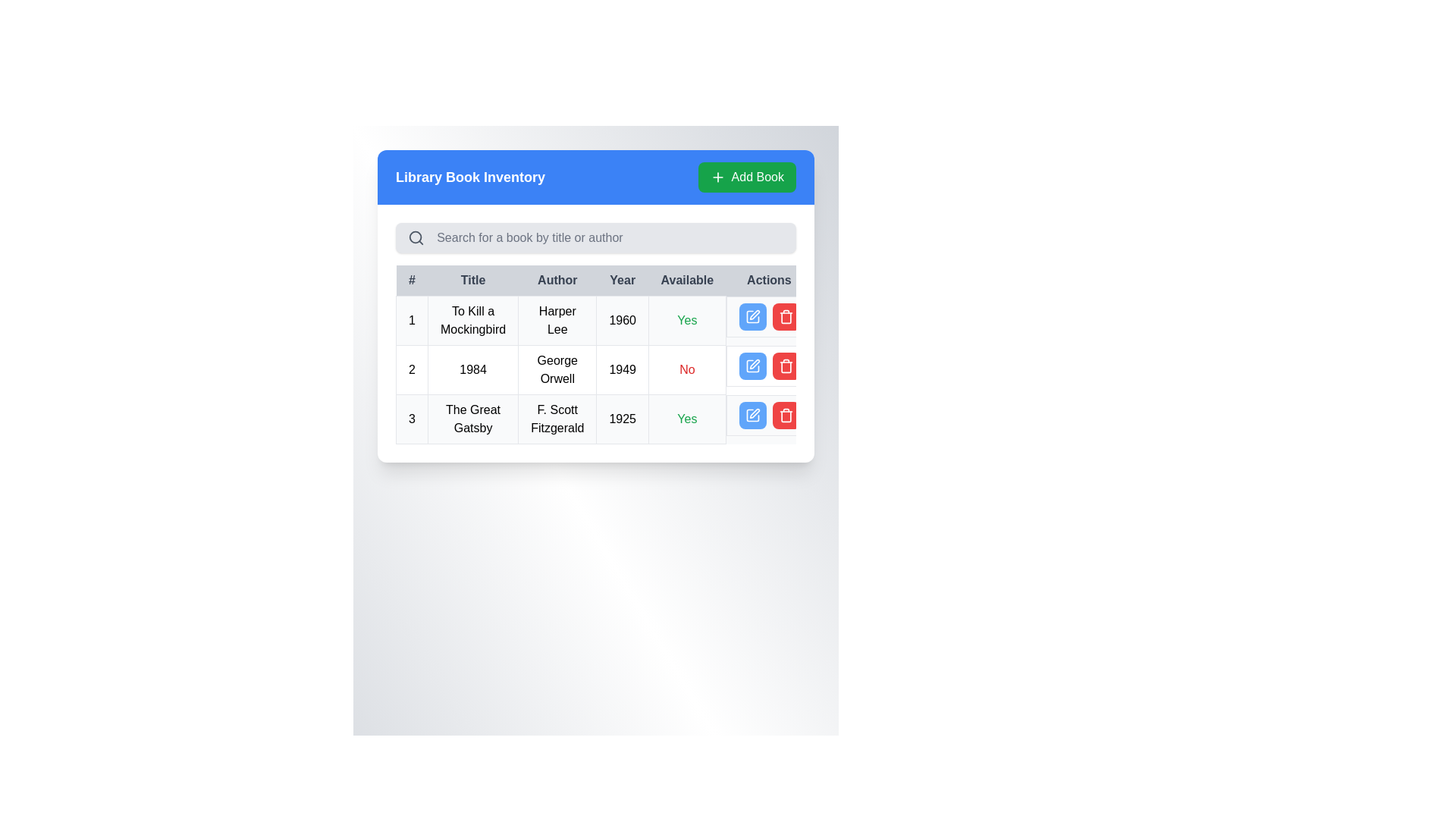 The image size is (1456, 819). I want to click on the SVG icon resembling a pen within the button located in the 'Actions' column of the third row, aligned with 'The Great Gatsby', to initiate editing, so click(752, 415).